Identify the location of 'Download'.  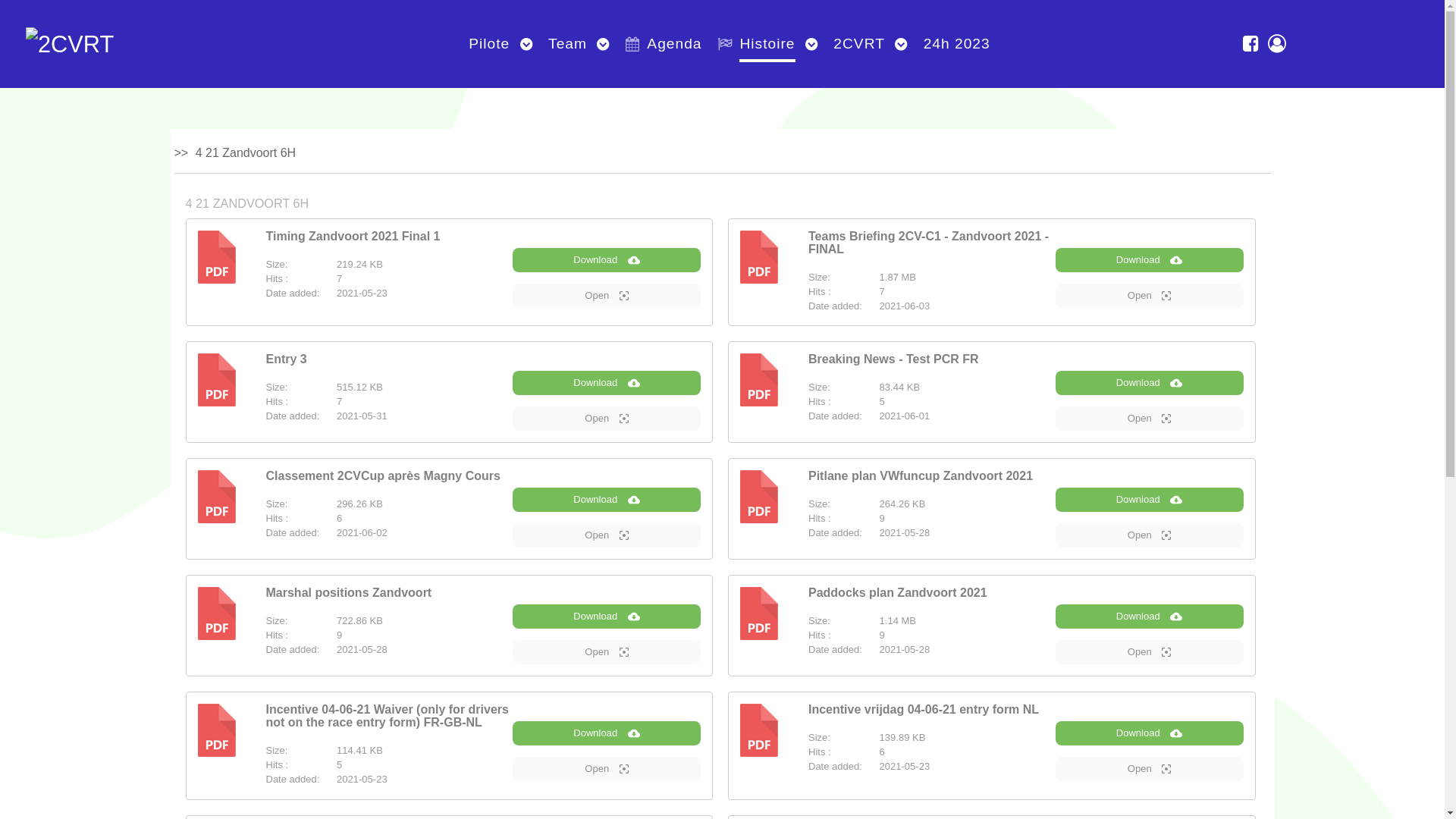
(607, 259).